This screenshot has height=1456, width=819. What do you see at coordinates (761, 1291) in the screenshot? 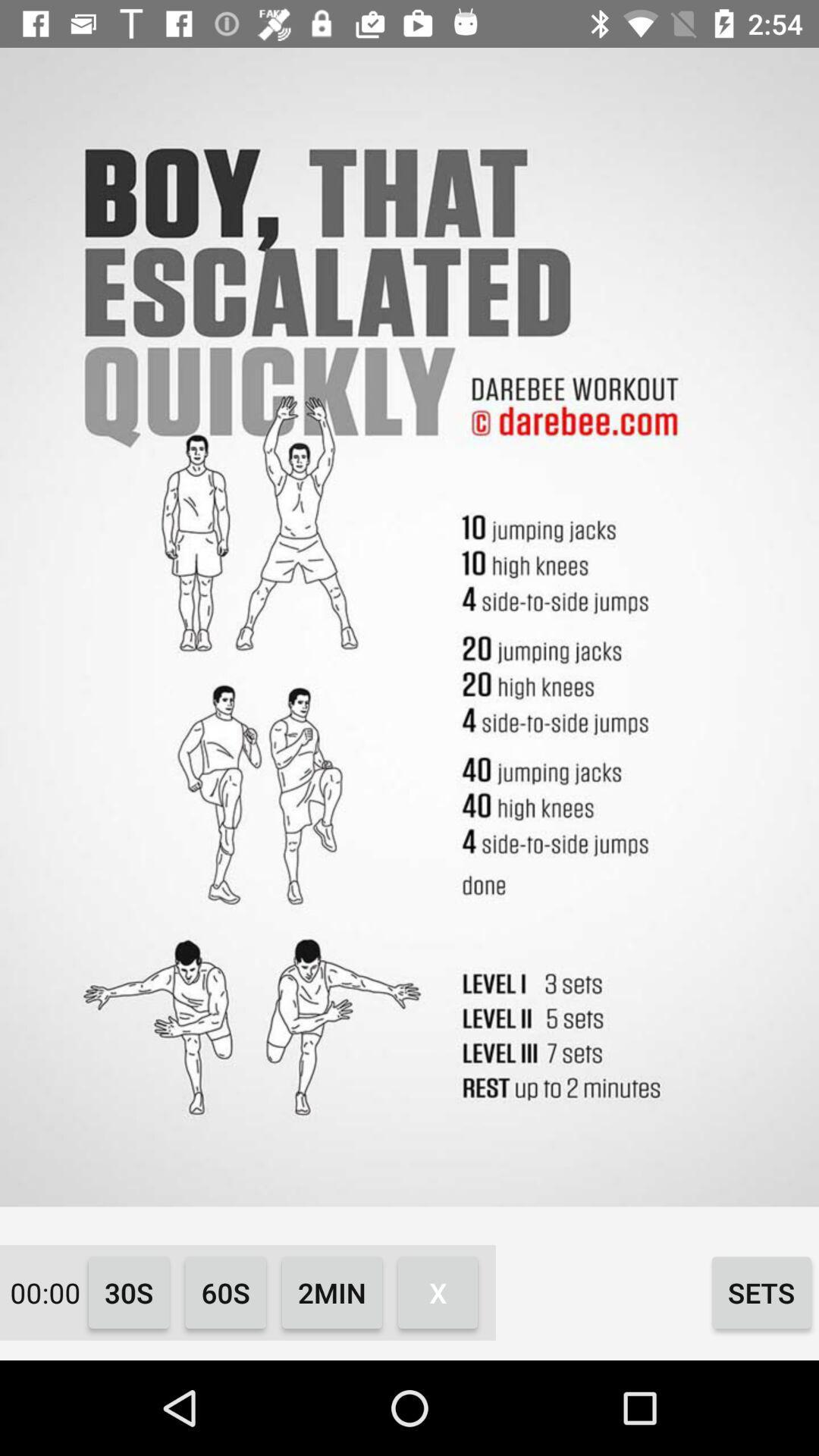
I see `the sets` at bounding box center [761, 1291].